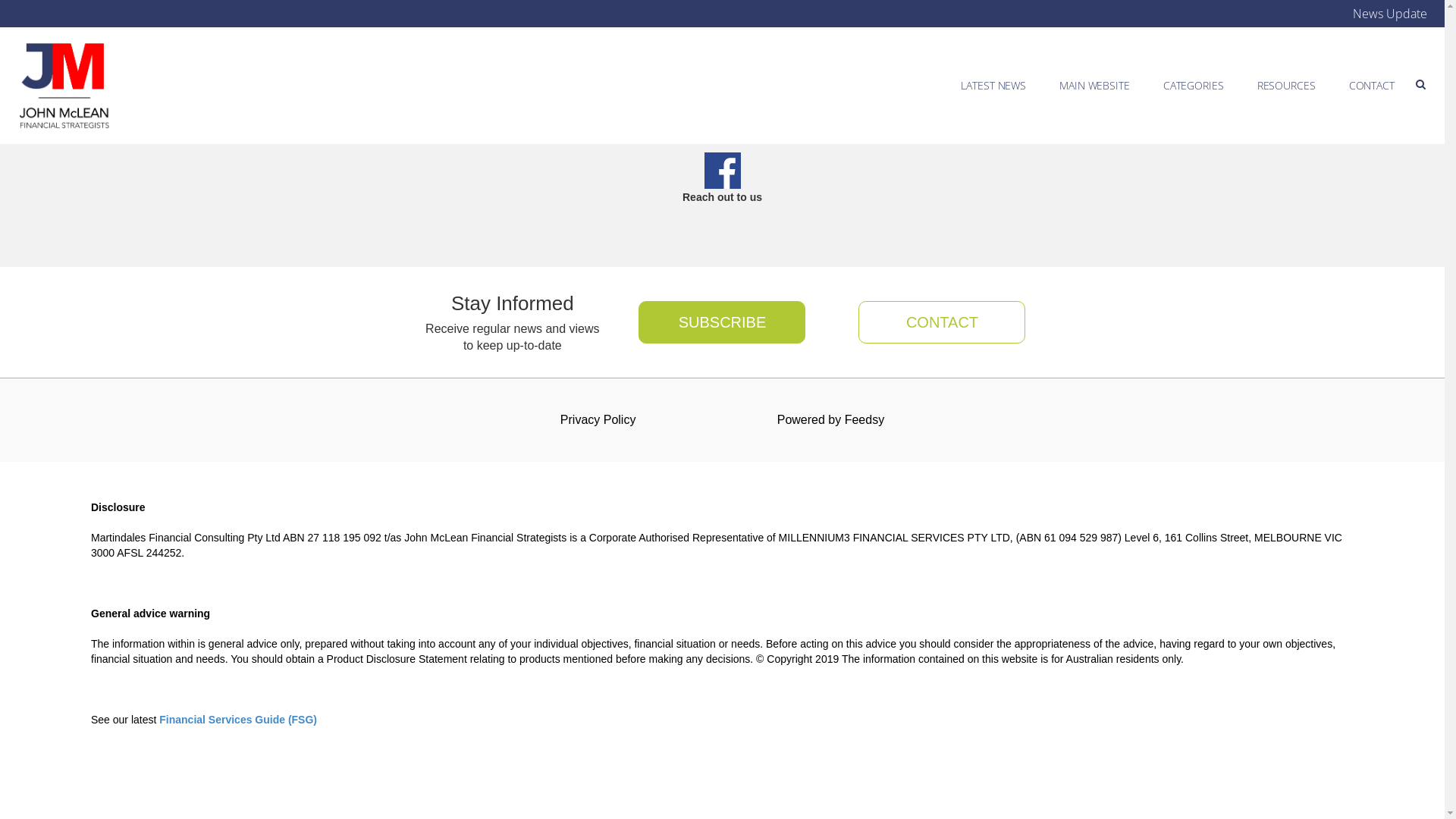 Image resolution: width=1456 pixels, height=819 pixels. I want to click on 'John McLean Financial Strategists', so click(64, 85).